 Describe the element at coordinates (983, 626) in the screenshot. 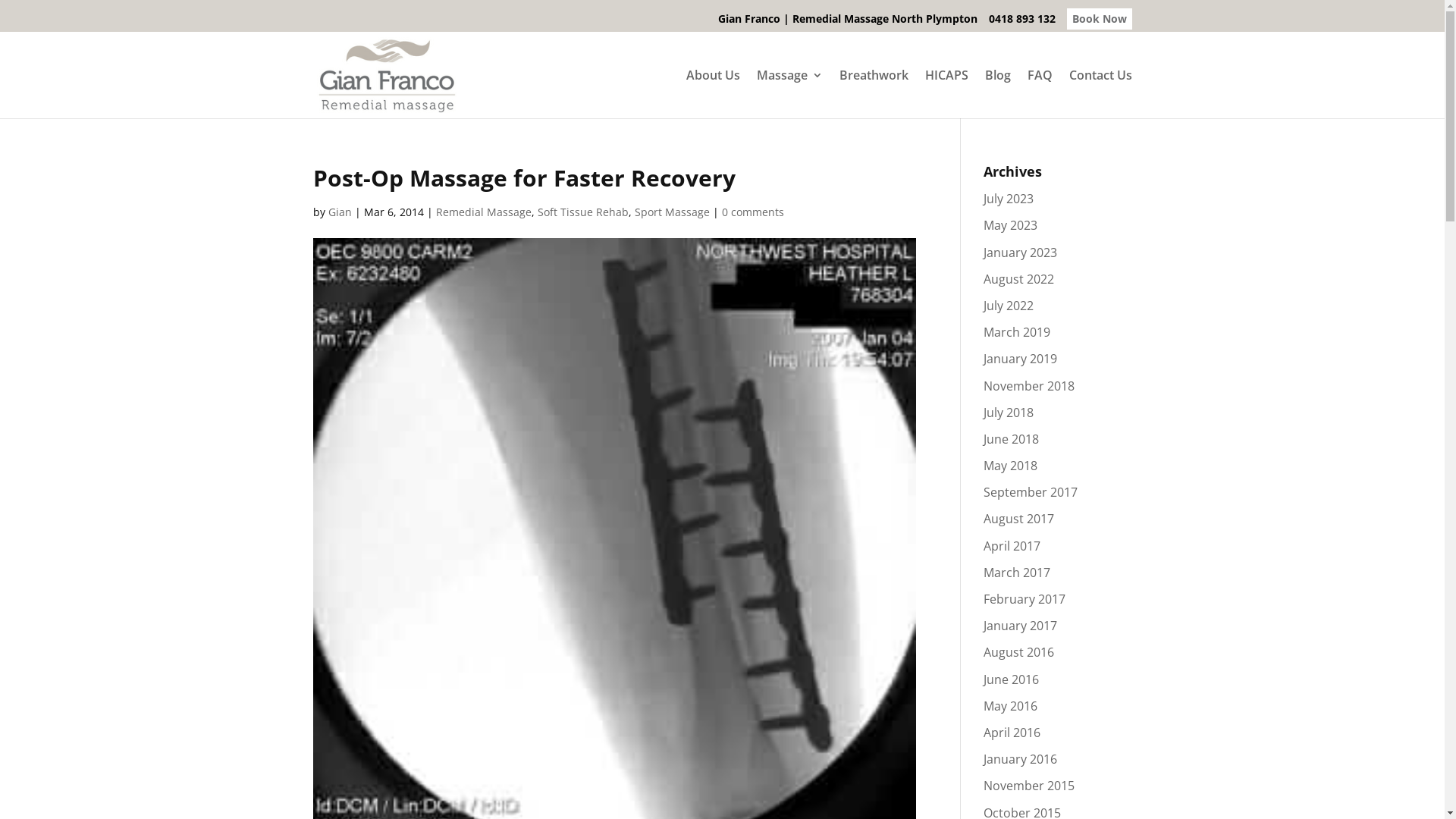

I see `'January 2017'` at that location.